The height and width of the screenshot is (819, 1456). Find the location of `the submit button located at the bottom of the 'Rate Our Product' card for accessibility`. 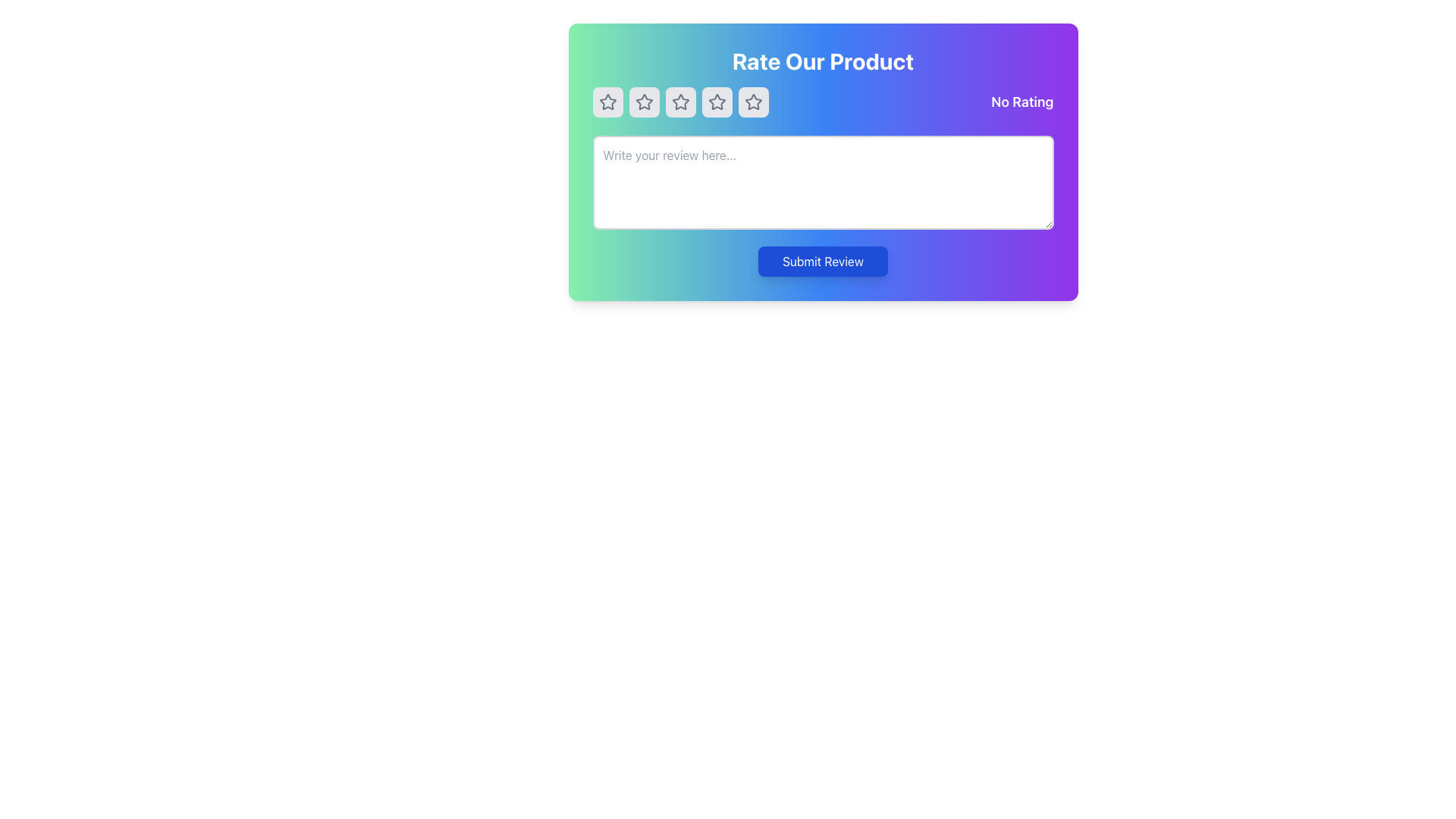

the submit button located at the bottom of the 'Rate Our Product' card for accessibility is located at coordinates (822, 260).